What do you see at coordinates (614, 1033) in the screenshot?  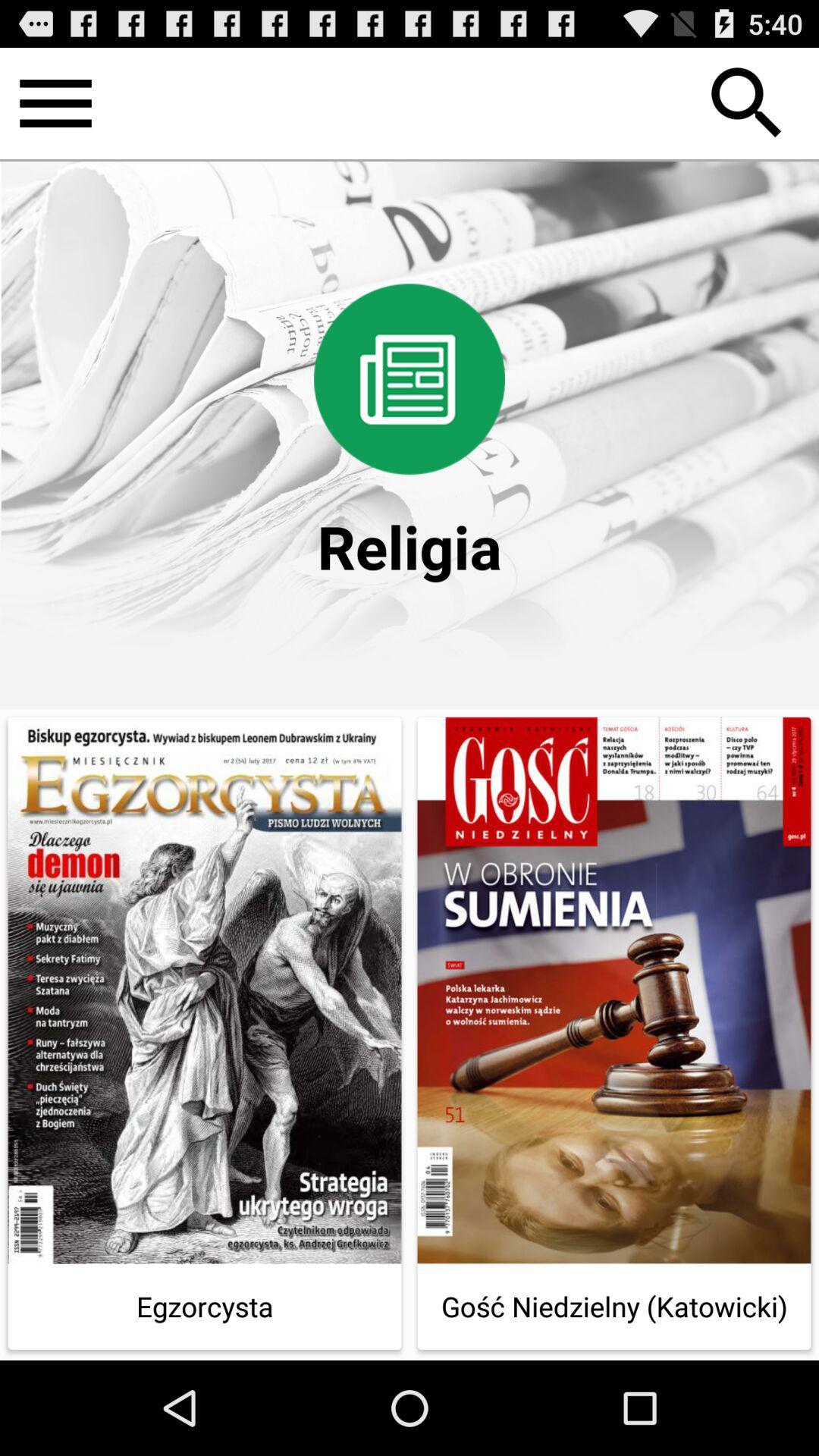 I see `the second image below religia` at bounding box center [614, 1033].